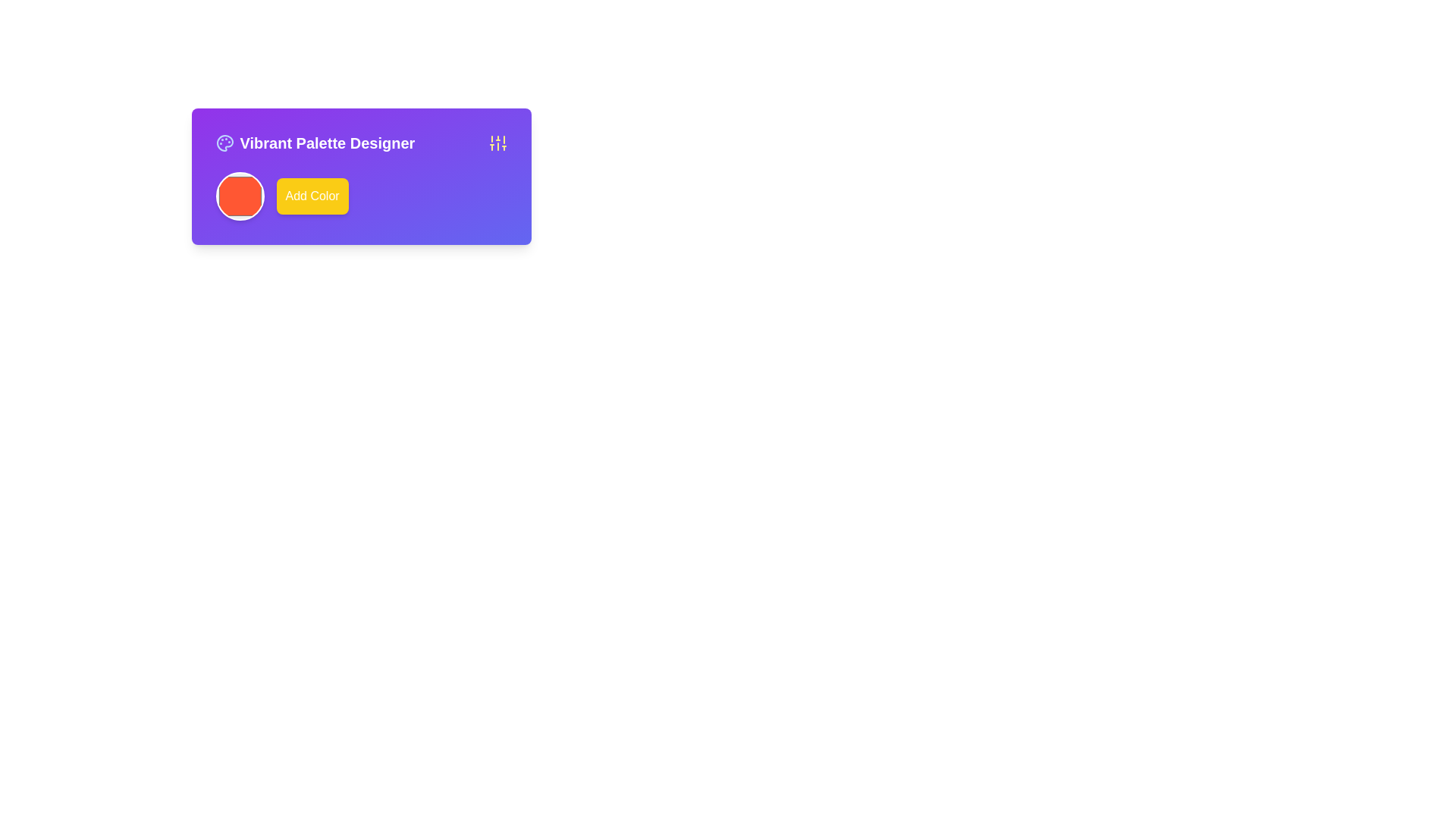  Describe the element at coordinates (497, 143) in the screenshot. I see `the vertically oriented sliders icon styled with a yellow hue, located in the top-right corner of the header section next to the text 'Vibrant Palette Designer'` at that location.